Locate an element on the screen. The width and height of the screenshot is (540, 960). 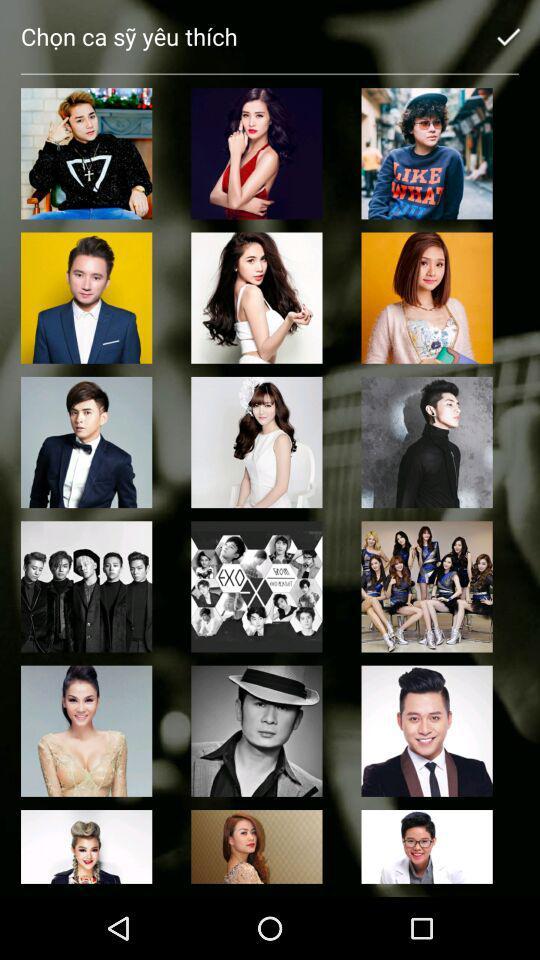
the check icon is located at coordinates (508, 35).